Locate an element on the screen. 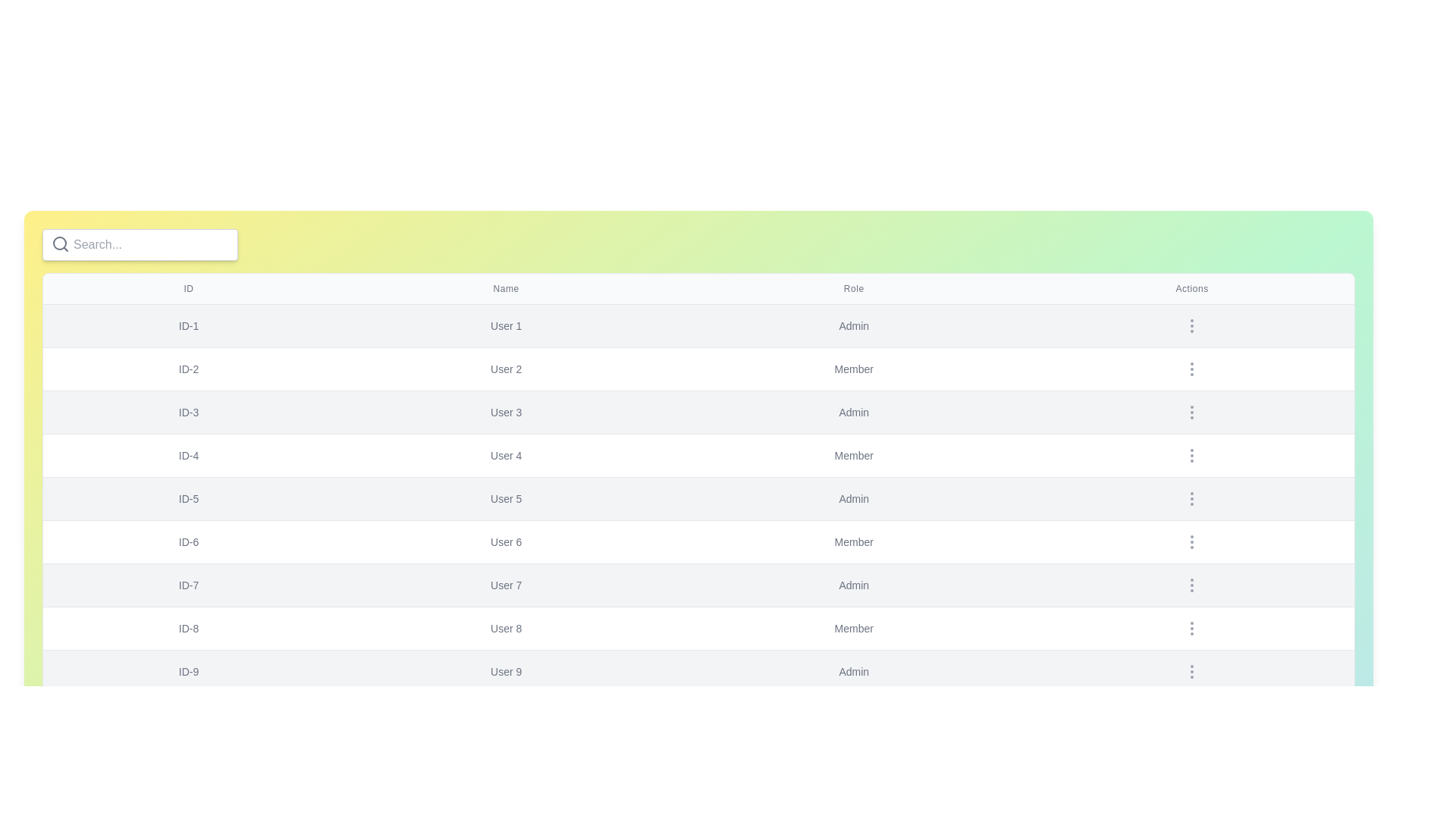  the table header Name to sort the table is located at coordinates (506, 289).